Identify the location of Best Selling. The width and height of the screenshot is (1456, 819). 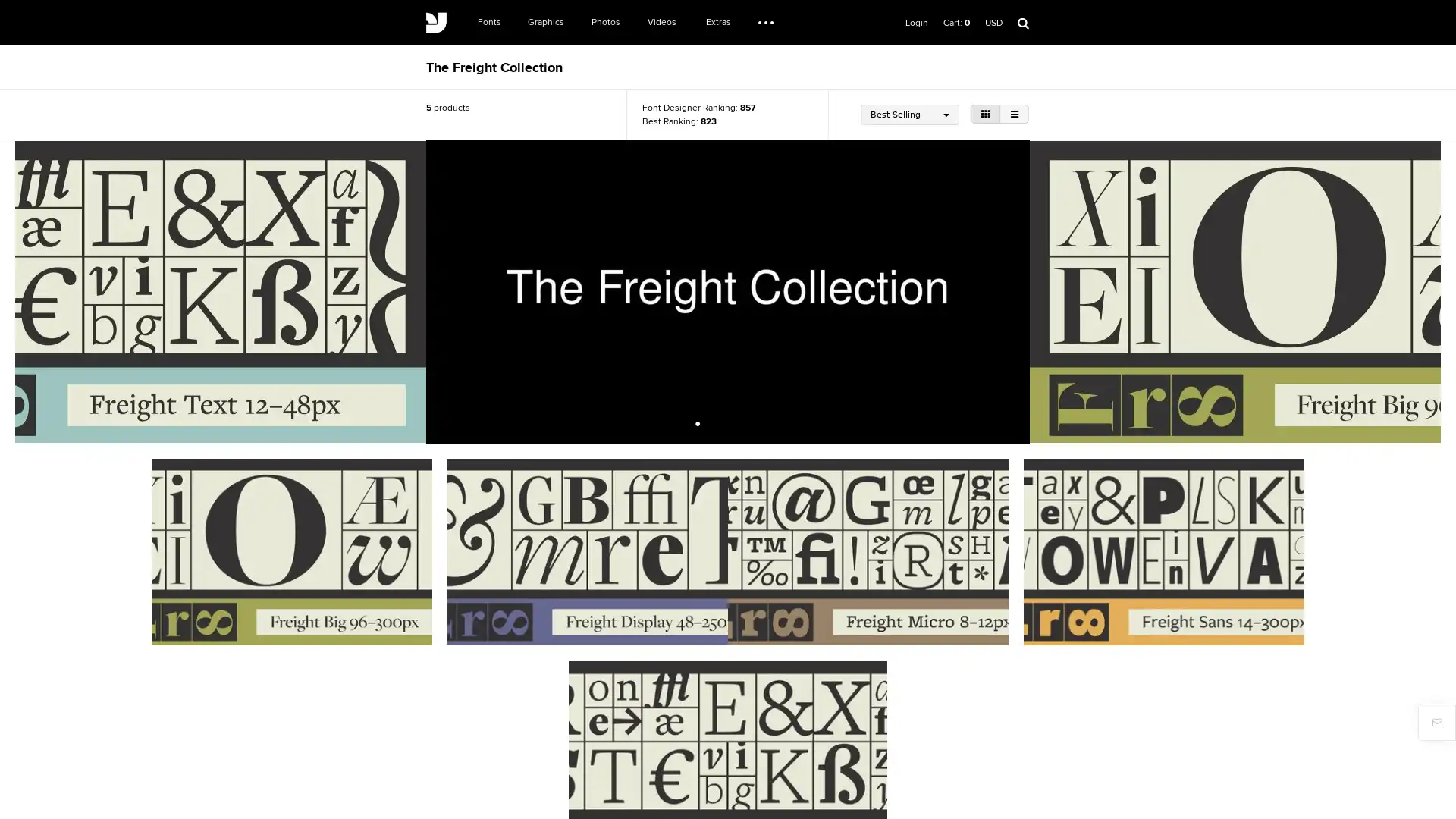
(910, 114).